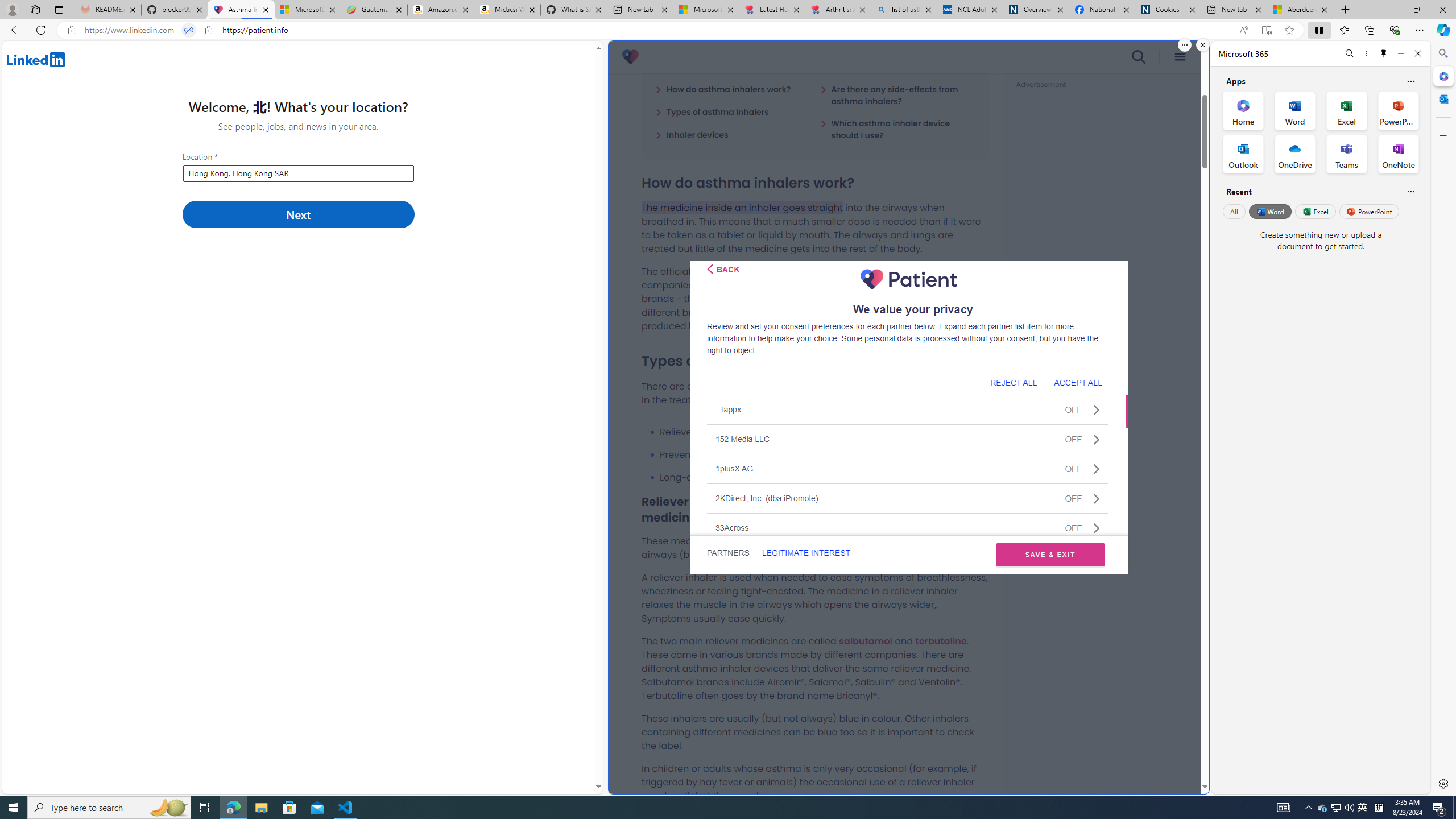 The width and height of the screenshot is (1456, 819). Describe the element at coordinates (1013, 382) in the screenshot. I see `'REJECT ALL'` at that location.